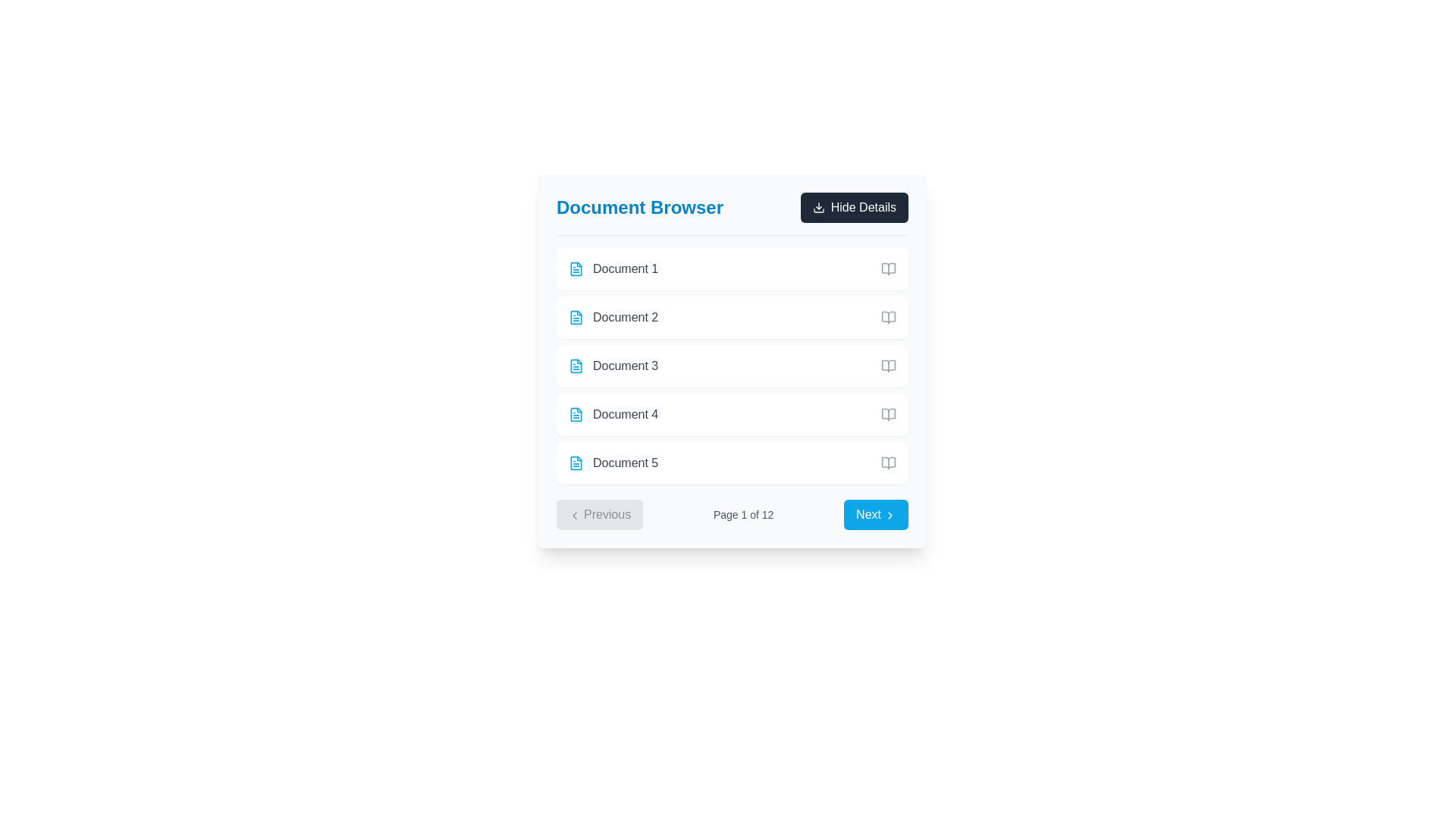 The height and width of the screenshot is (819, 1456). I want to click on the selectable list item representing 'Document 3', so click(732, 366).